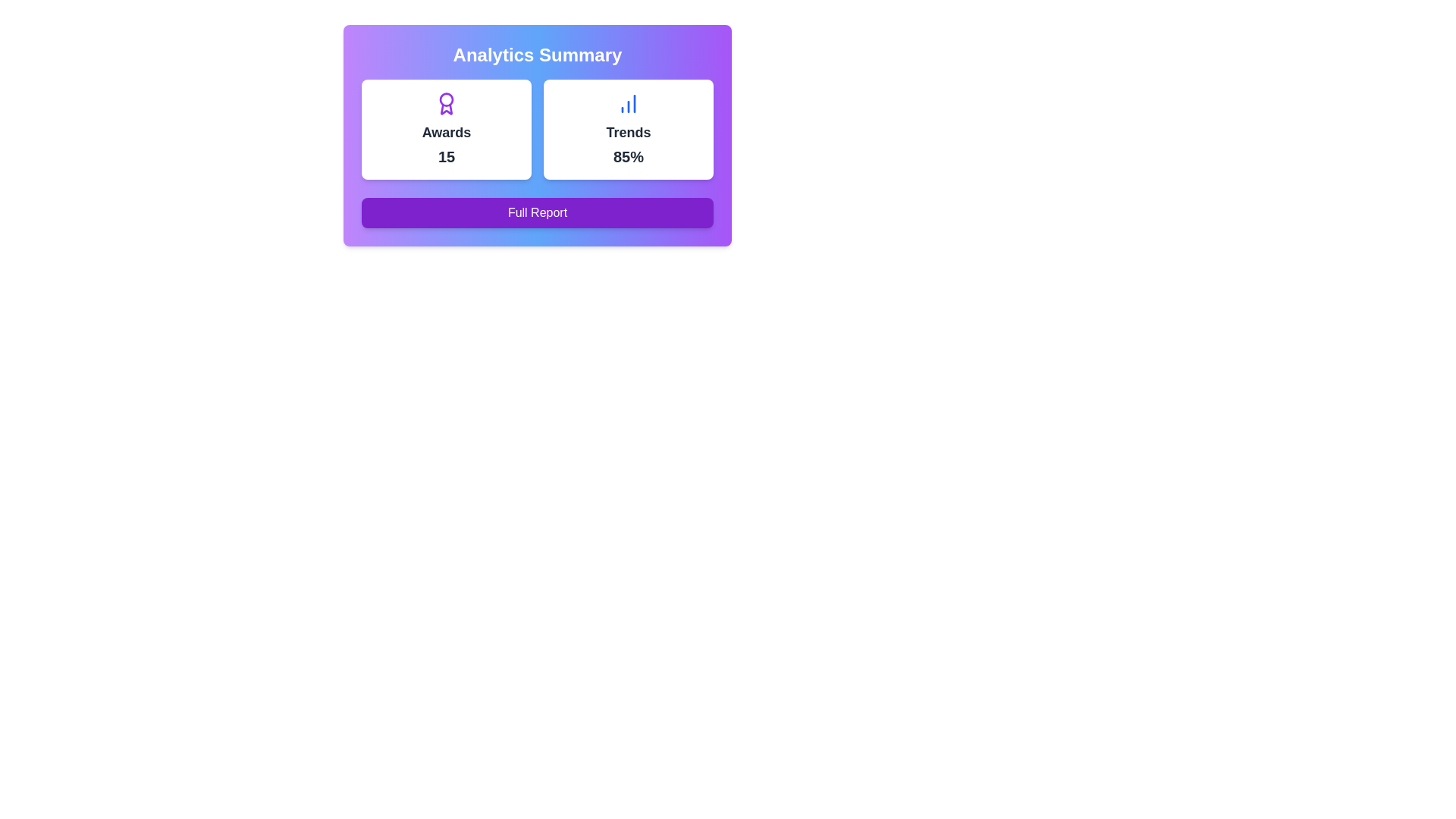 This screenshot has width=1456, height=819. I want to click on the static text element that represents a percentage value, located within the card below the 'Trends' label, so click(629, 157).